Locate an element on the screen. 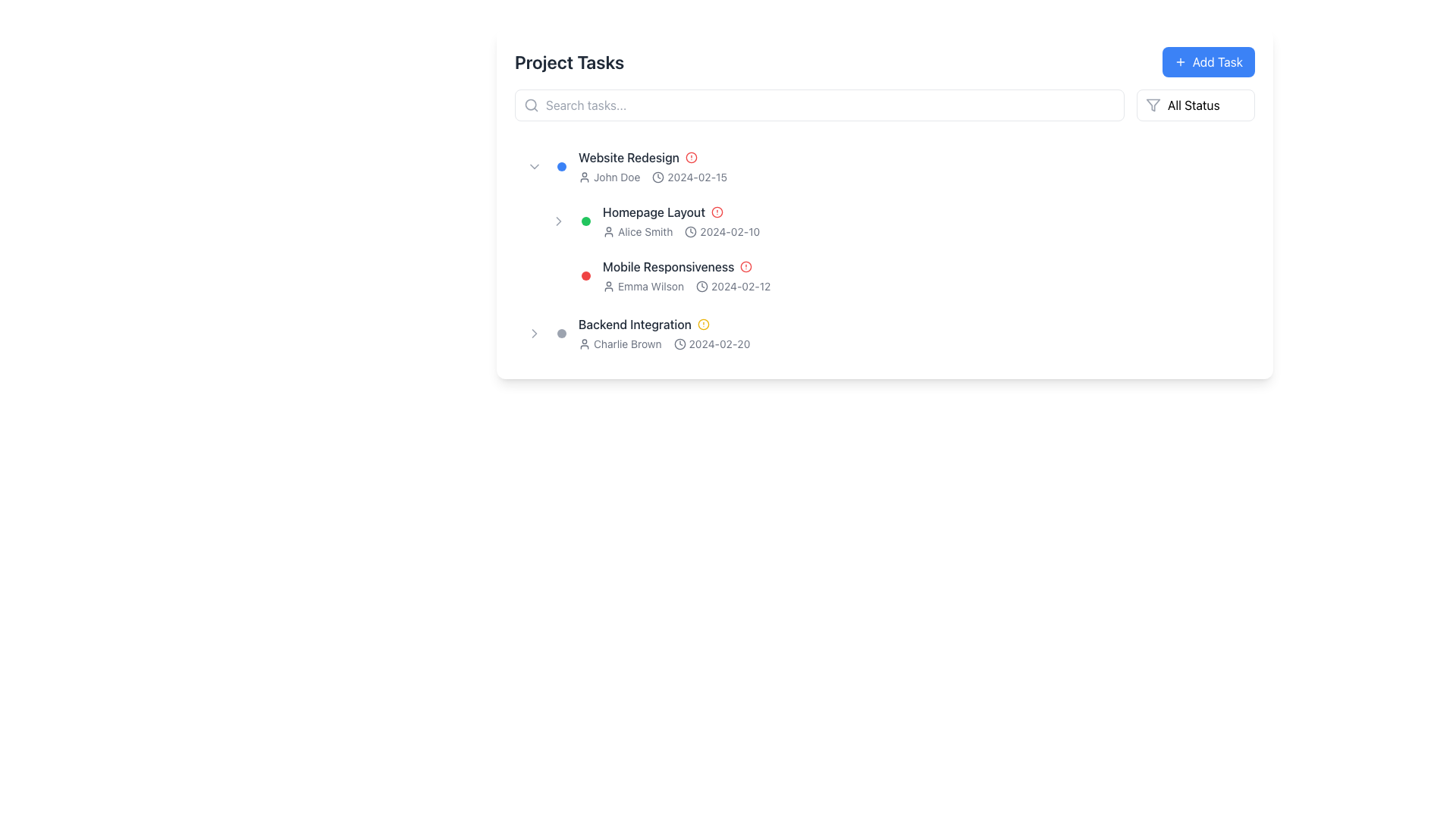 Image resolution: width=1456 pixels, height=819 pixels. the appearance of the warning icon located to the right of the 'Backend Integration' text is located at coordinates (702, 324).